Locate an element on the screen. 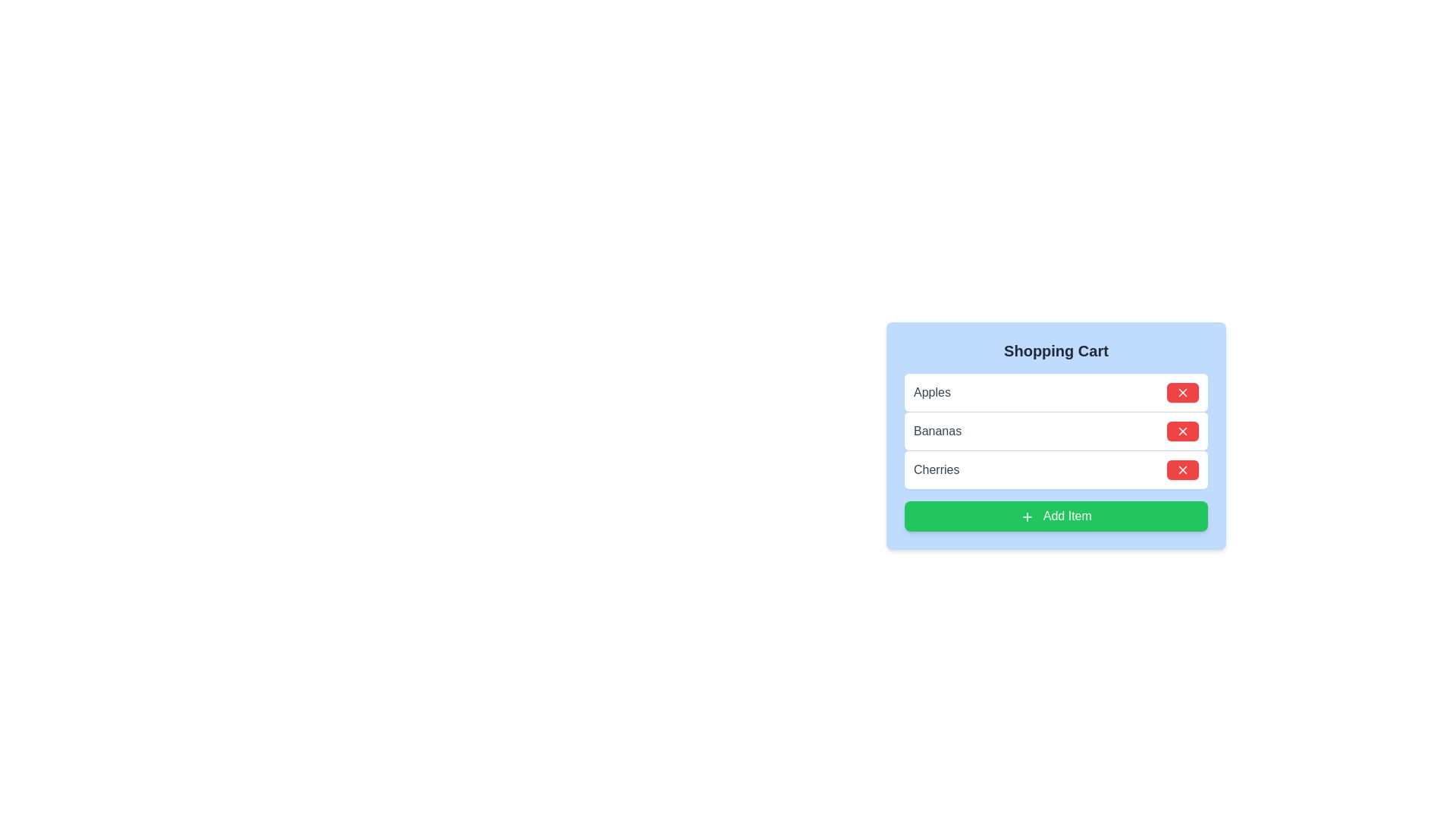  the Label/Text Display that shows the text 'Bananas' in a black sans-serif font against a white background, which is the second item in a vertically stacked list of items is located at coordinates (937, 431).